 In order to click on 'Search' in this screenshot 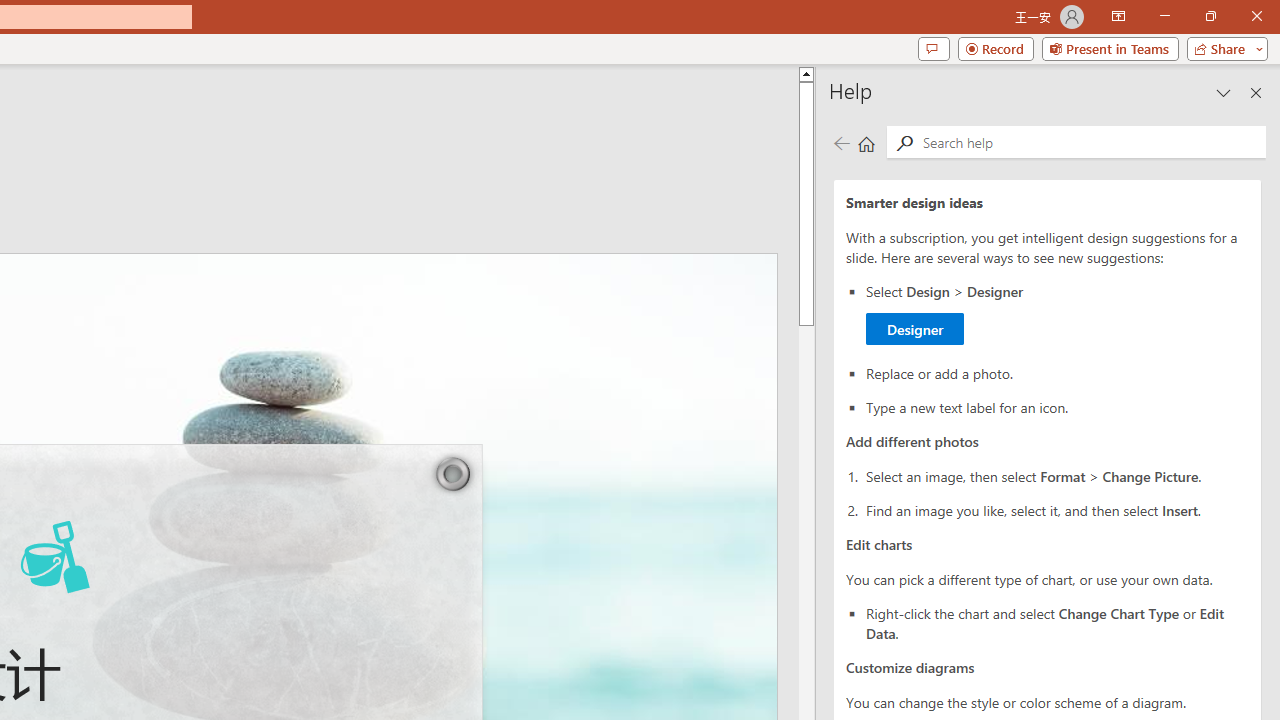, I will do `click(903, 142)`.